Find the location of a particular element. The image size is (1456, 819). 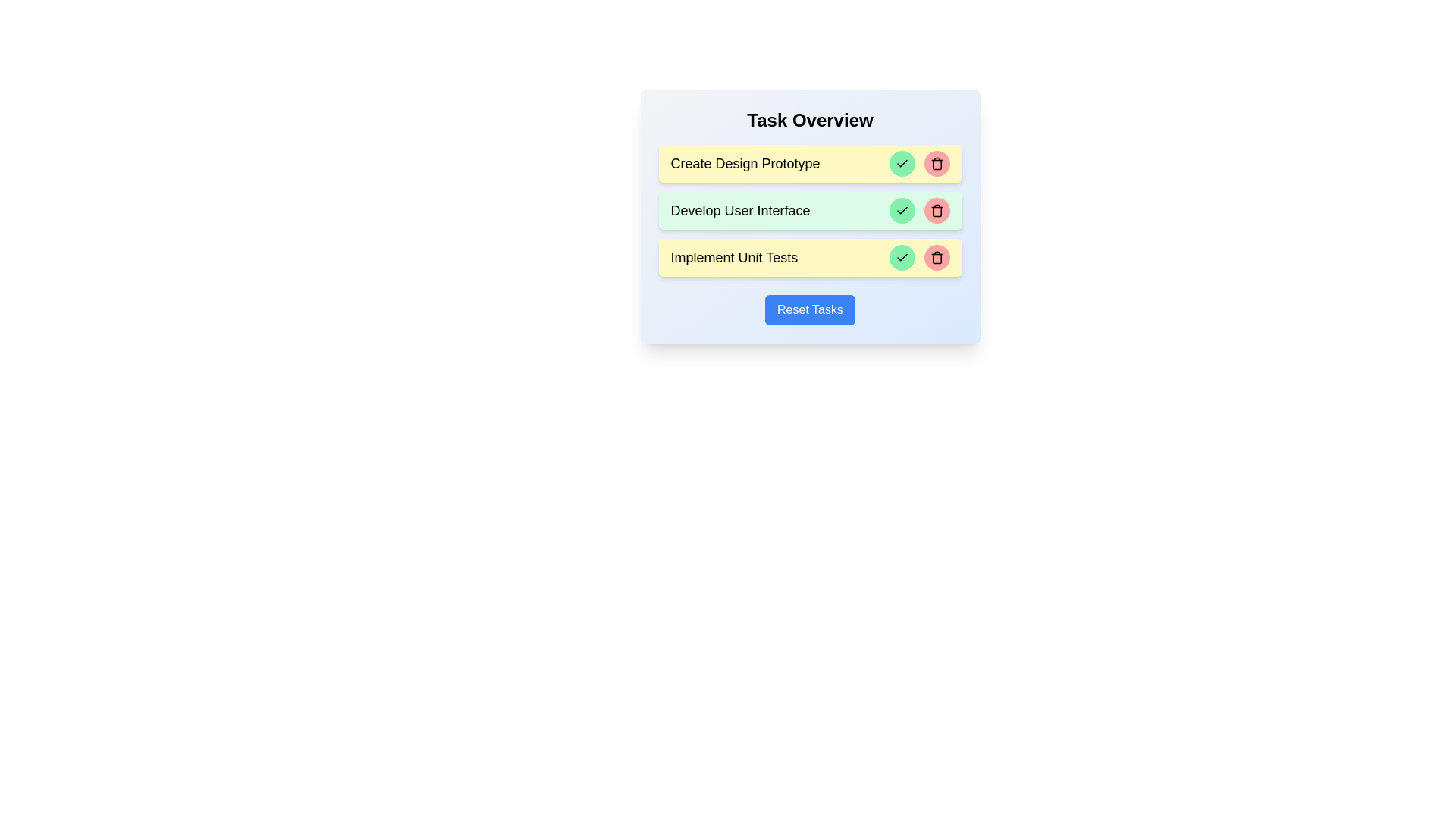

the delete button of the task identified by Implement Unit Tests is located at coordinates (936, 256).